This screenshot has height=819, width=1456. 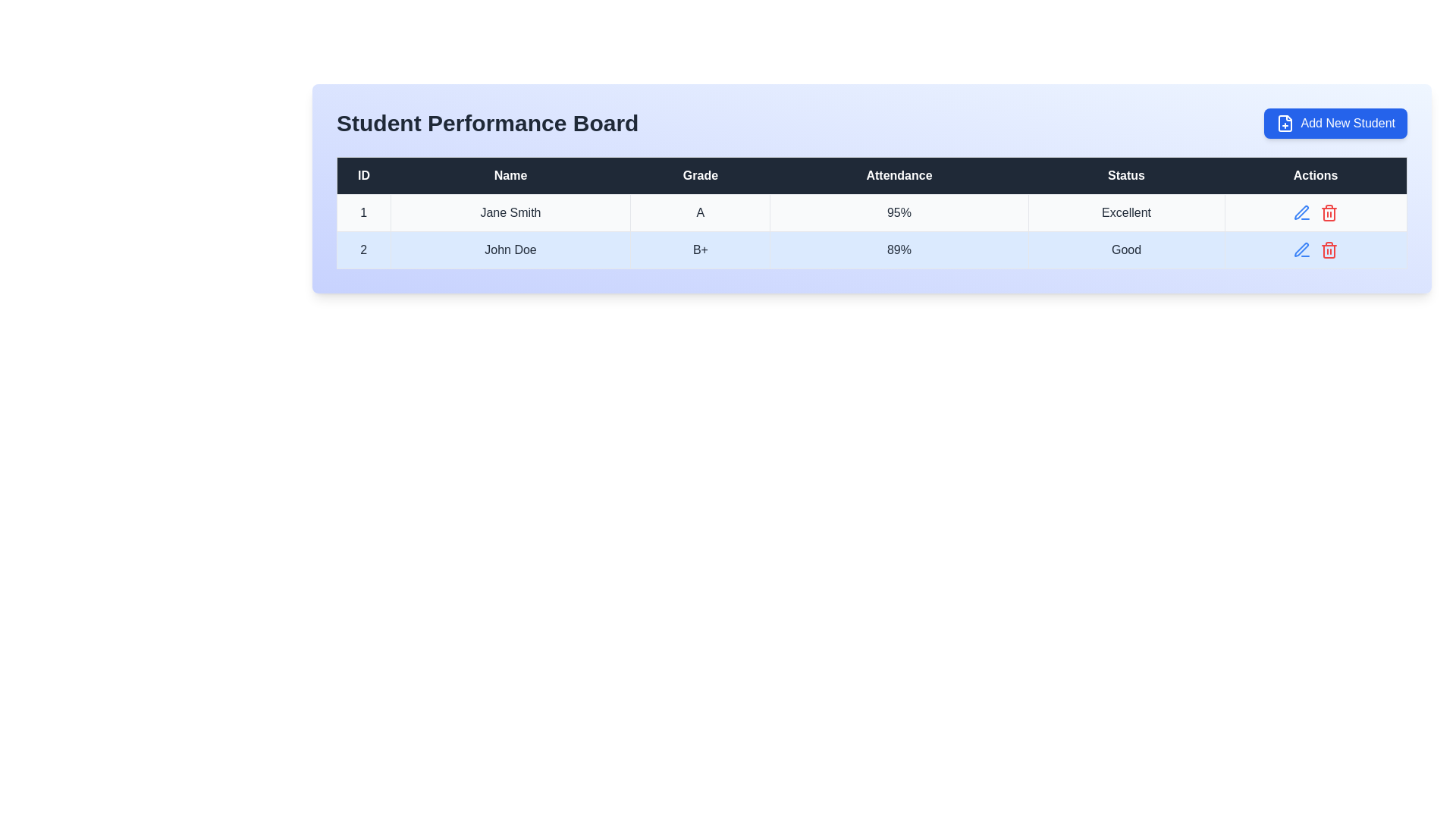 I want to click on the trash can button in the Actions column of the table row for 'Jane Smith', so click(x=1315, y=213).